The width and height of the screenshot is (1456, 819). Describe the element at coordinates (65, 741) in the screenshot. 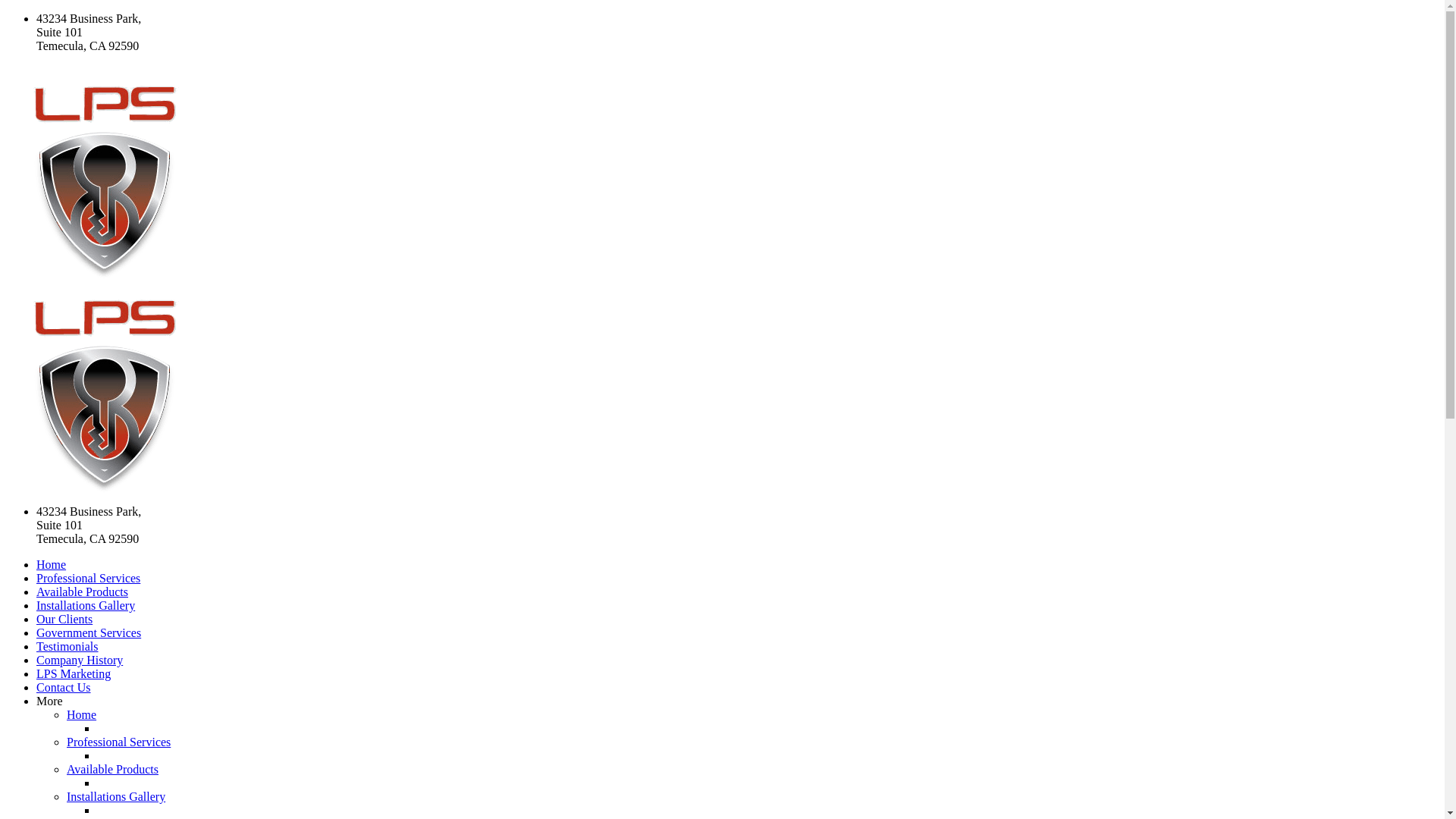

I see `'Professional Services'` at that location.